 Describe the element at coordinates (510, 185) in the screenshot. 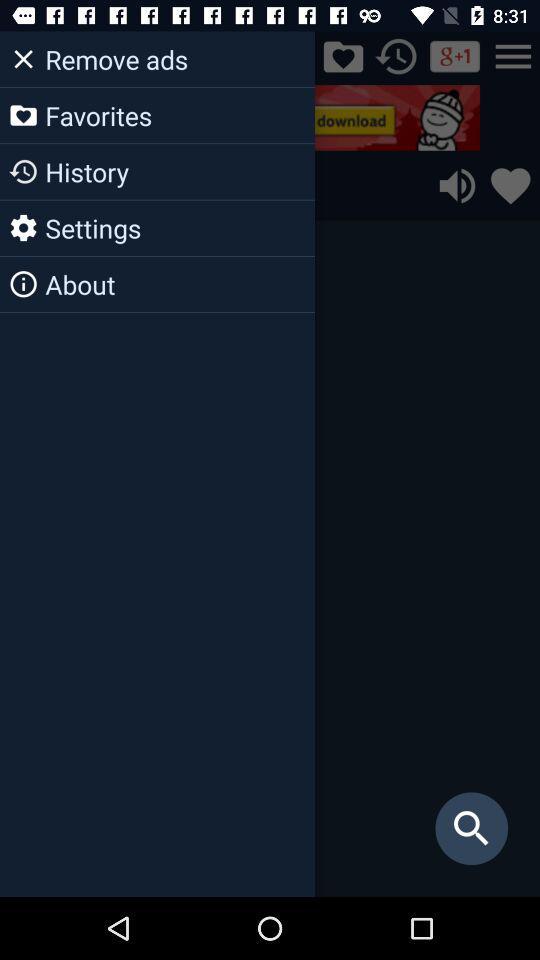

I see `the favorite icon` at that location.